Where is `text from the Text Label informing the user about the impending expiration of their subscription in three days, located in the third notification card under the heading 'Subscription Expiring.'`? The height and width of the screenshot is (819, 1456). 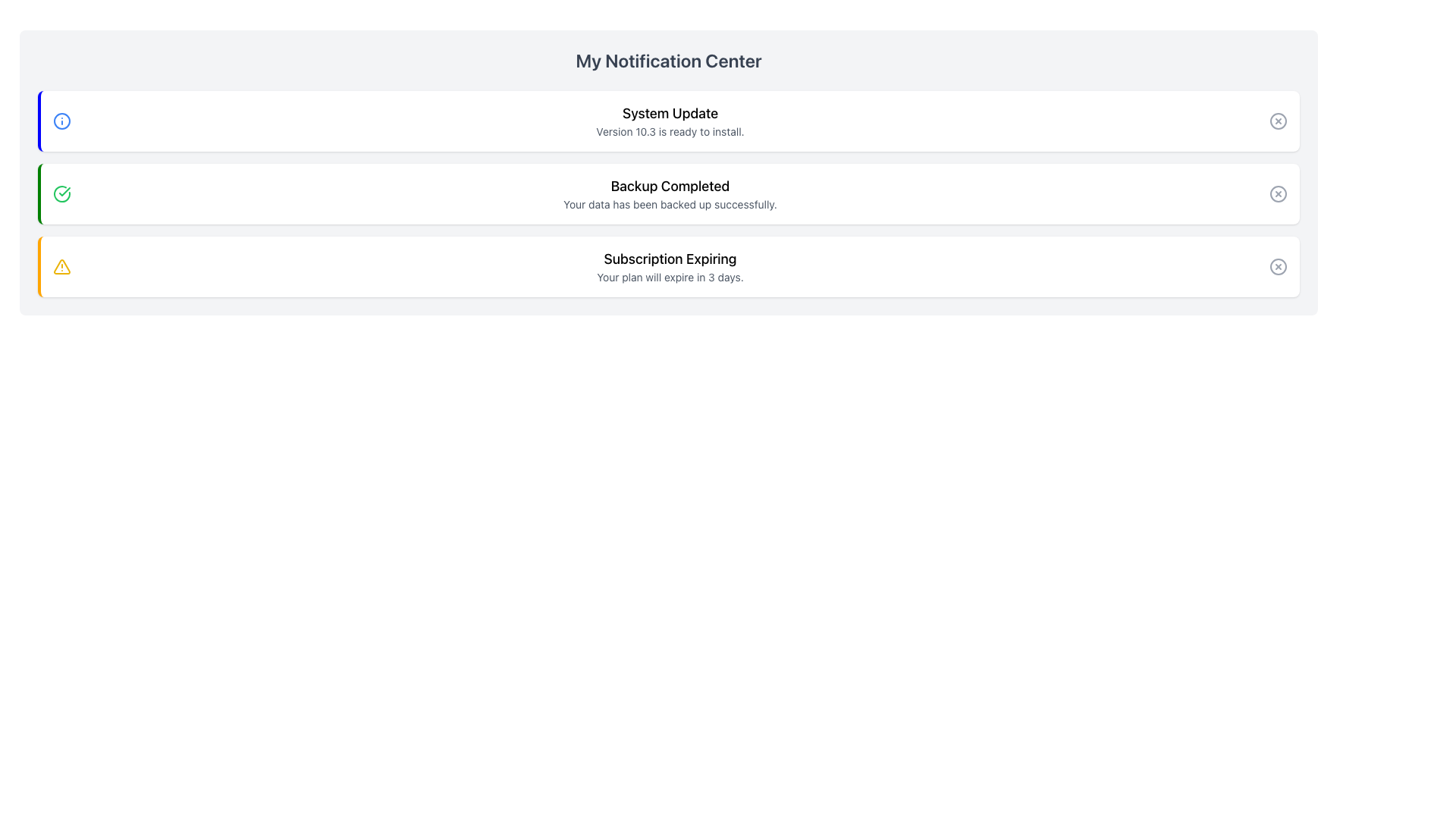
text from the Text Label informing the user about the impending expiration of their subscription in three days, located in the third notification card under the heading 'Subscription Expiring.' is located at coordinates (669, 278).